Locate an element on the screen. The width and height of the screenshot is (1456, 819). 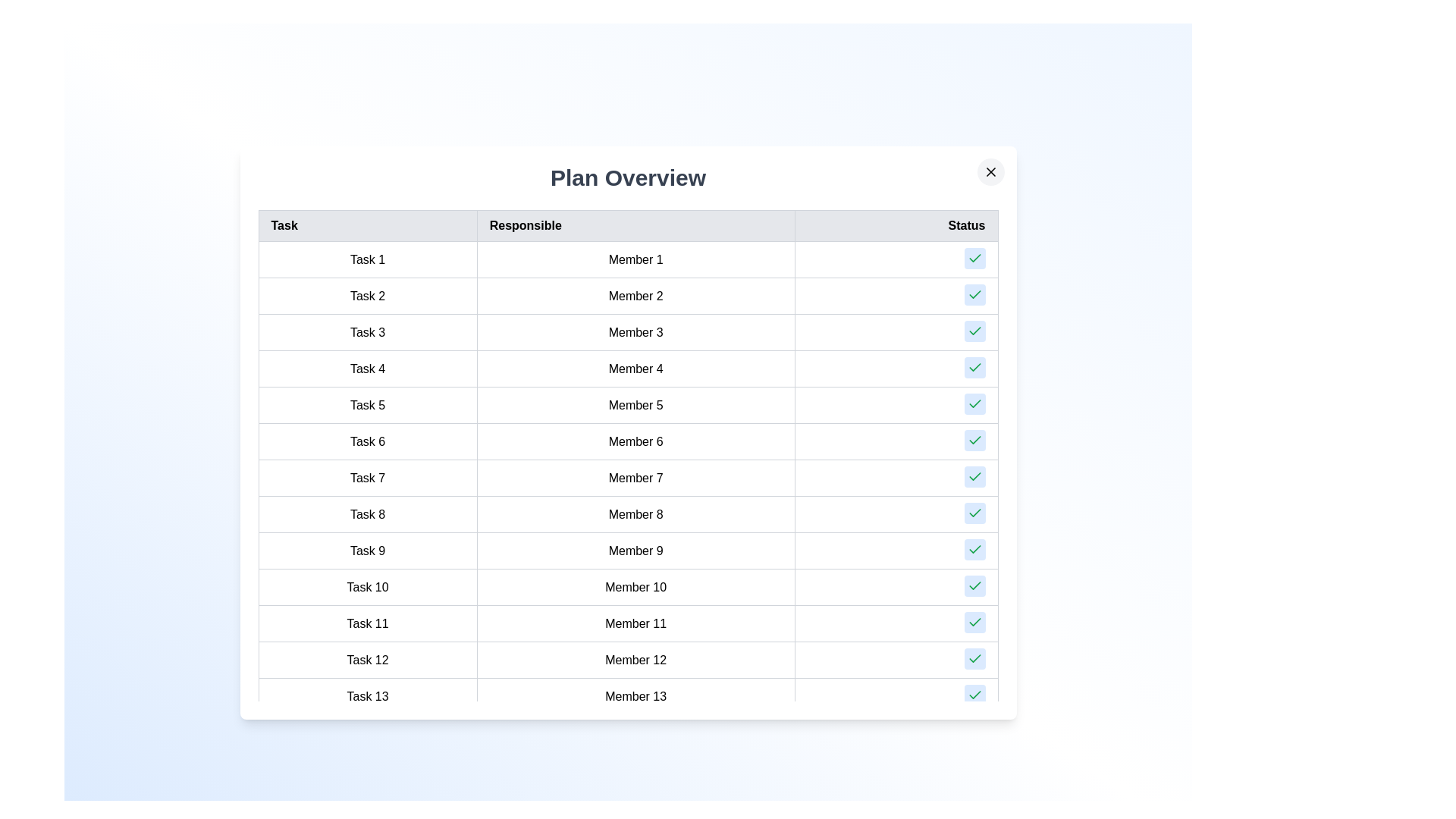
the 'Check' button for task 5 to mark it as completed is located at coordinates (974, 403).